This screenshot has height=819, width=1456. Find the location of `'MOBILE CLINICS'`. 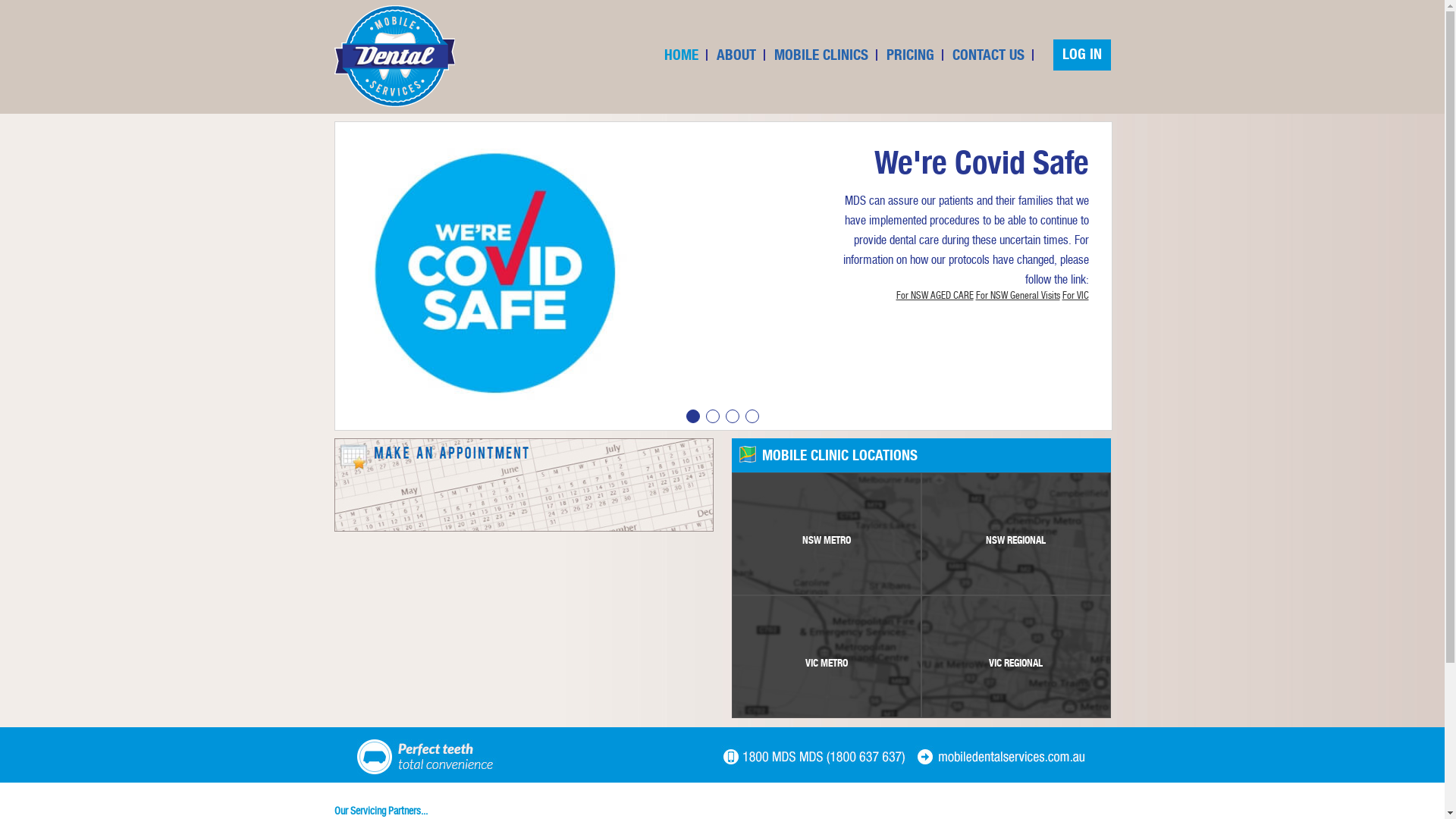

'MOBILE CLINICS' is located at coordinates (821, 54).